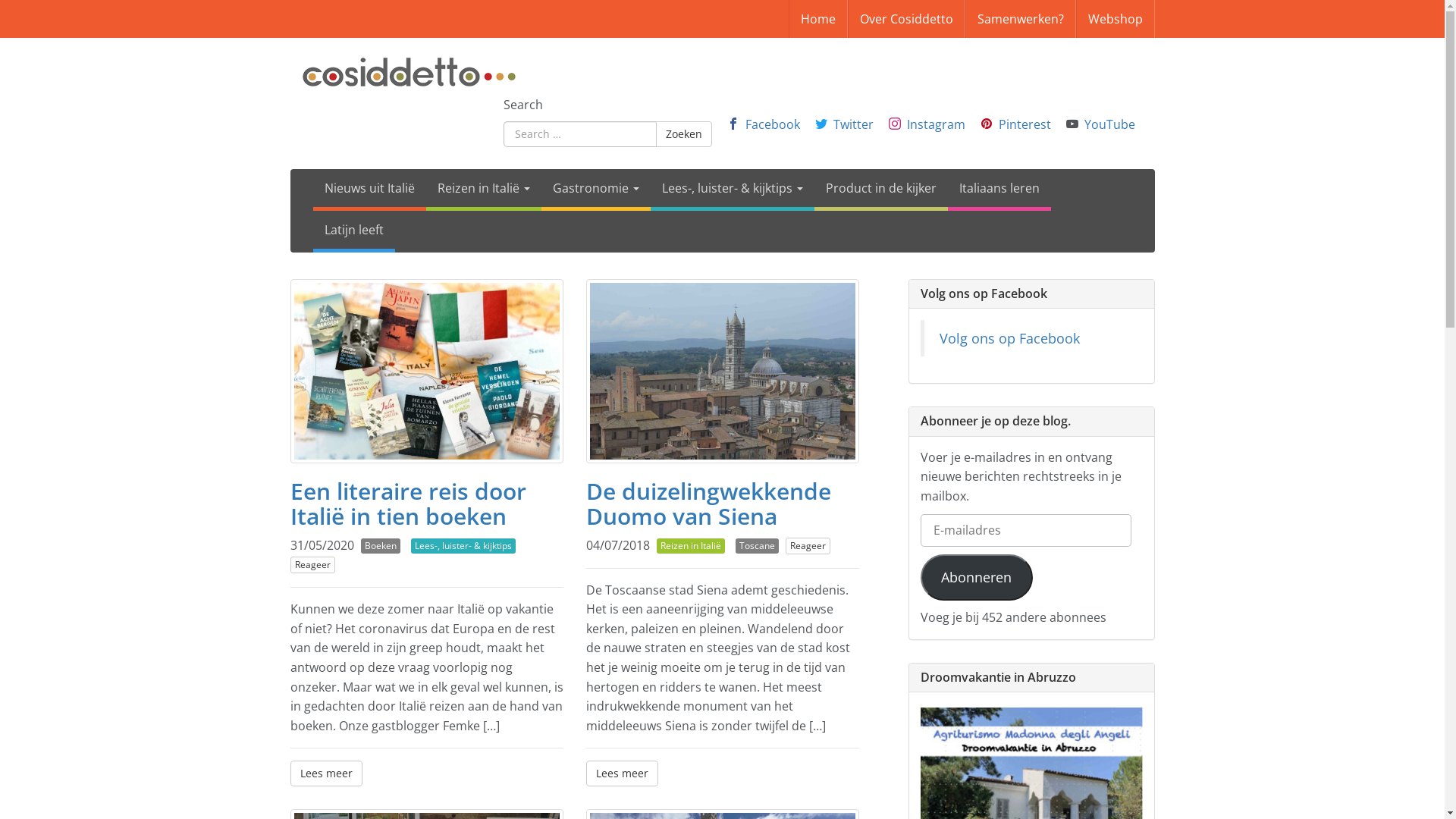 This screenshot has width=1456, height=819. I want to click on 'Lees meer', so click(621, 773).